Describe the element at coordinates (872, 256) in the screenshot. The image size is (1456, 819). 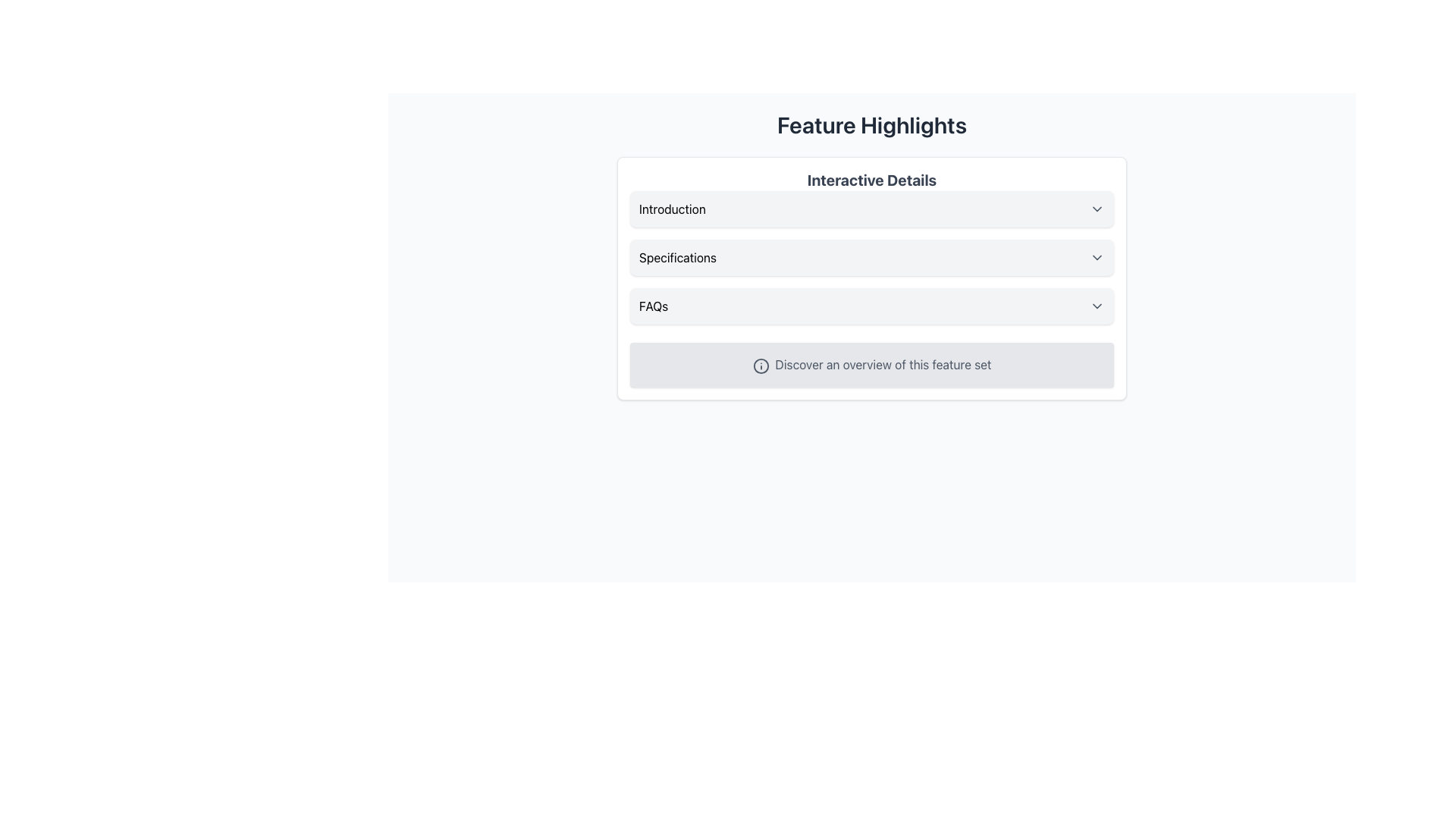
I see `the 'Specifications' button located in the 'Interactive Details' box, positioned between the 'Introduction' and 'FAQs' options` at that location.